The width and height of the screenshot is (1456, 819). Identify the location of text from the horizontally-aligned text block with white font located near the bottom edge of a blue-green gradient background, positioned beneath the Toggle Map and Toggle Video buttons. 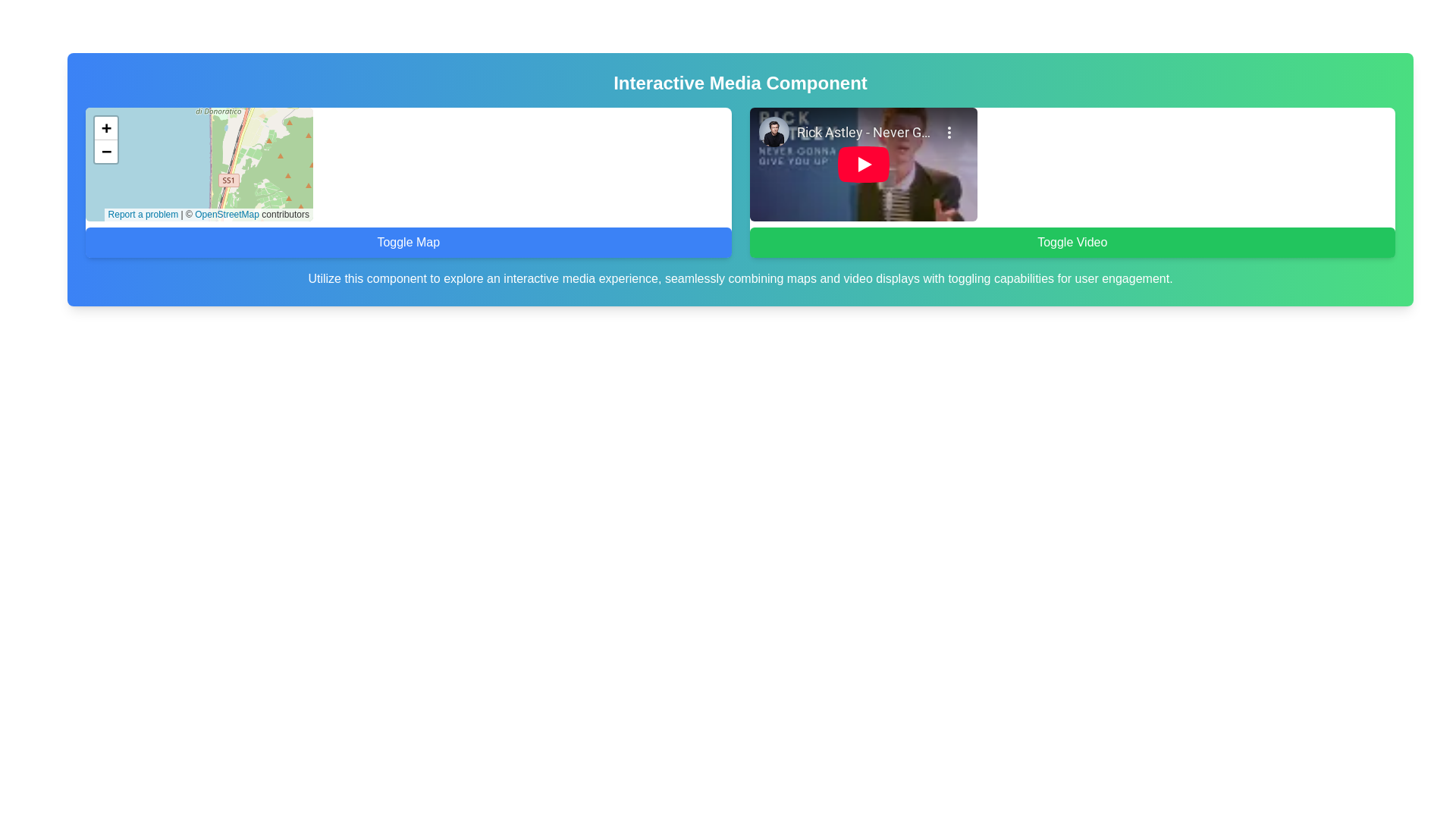
(740, 278).